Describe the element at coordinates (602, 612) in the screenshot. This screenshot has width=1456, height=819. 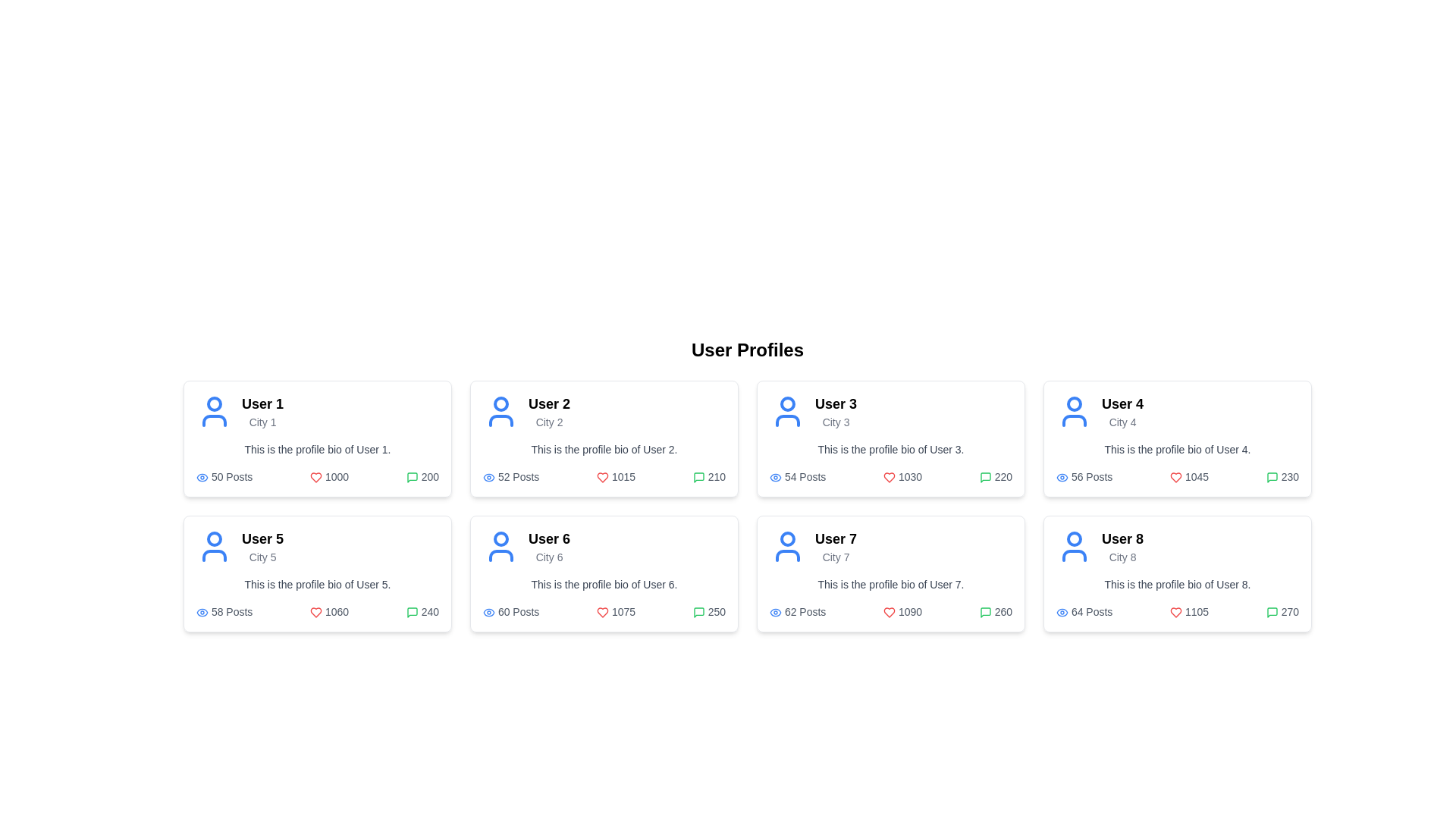
I see `the displayed count associated with the heart-shaped icon in the card labeled 'User 6, City 6', which is the second element in a sequence of interaction indicators` at that location.